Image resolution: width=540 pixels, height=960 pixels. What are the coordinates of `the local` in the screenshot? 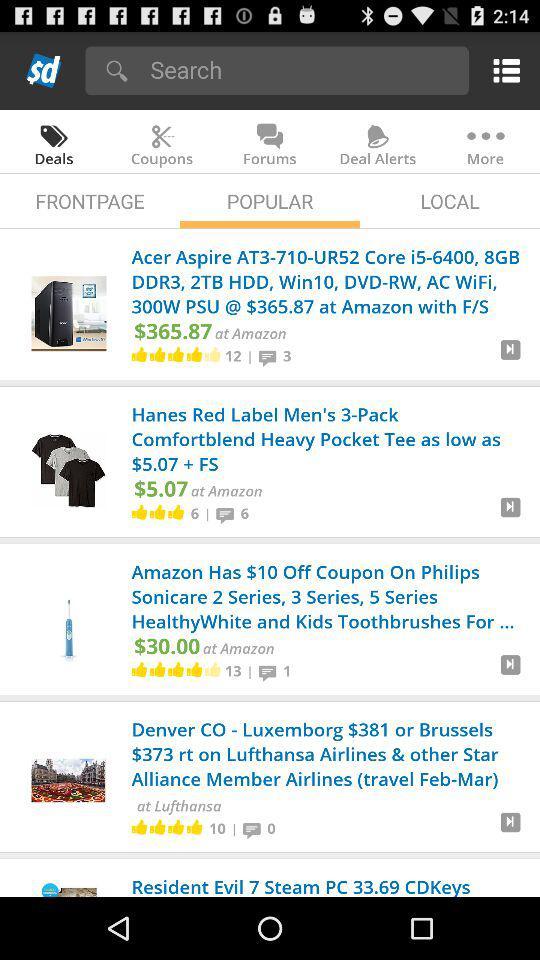 It's located at (449, 201).